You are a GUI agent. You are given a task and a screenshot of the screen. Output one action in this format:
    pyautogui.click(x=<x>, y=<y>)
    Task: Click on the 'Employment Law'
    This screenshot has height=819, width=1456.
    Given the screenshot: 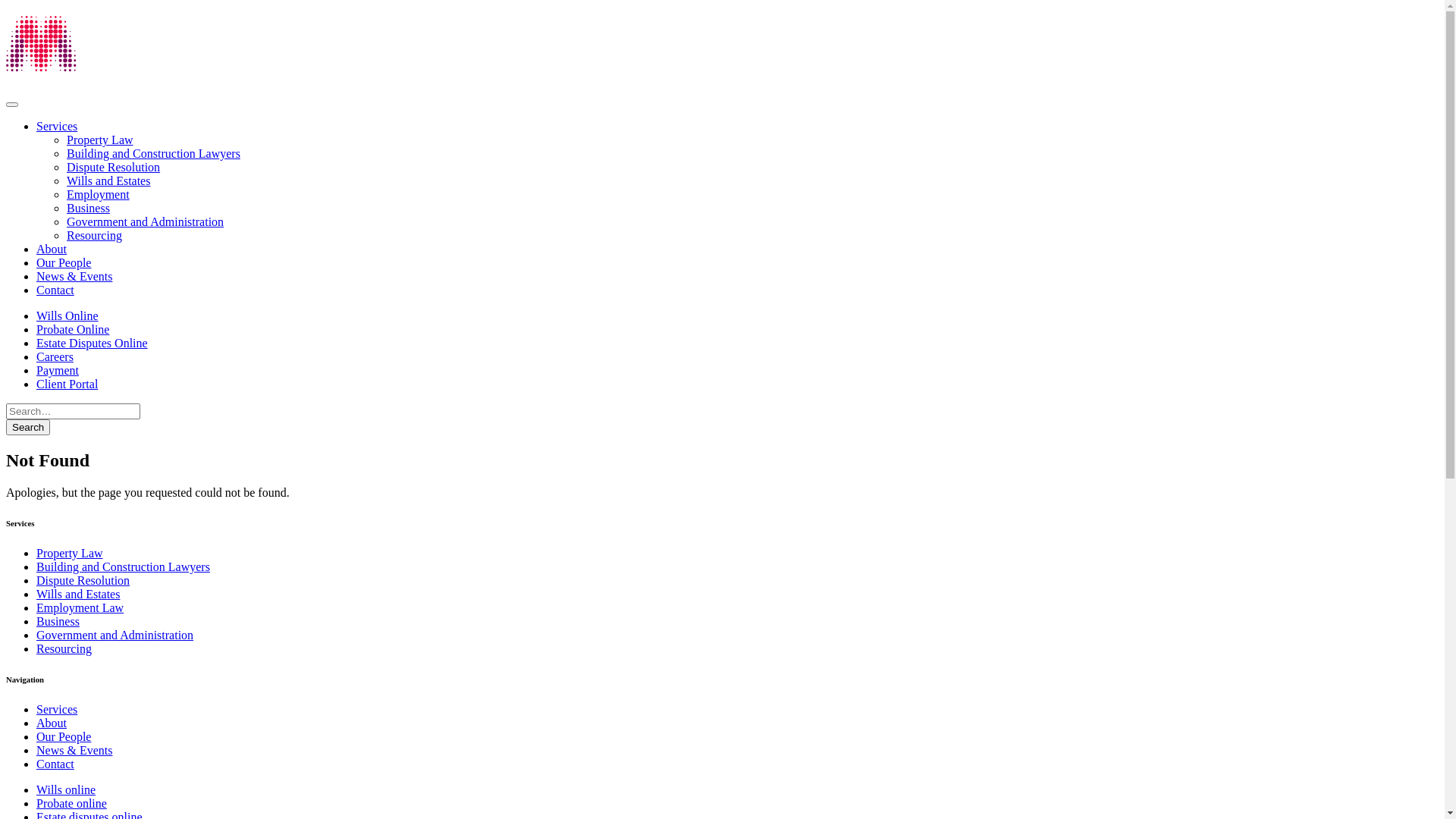 What is the action you would take?
    pyautogui.click(x=36, y=607)
    